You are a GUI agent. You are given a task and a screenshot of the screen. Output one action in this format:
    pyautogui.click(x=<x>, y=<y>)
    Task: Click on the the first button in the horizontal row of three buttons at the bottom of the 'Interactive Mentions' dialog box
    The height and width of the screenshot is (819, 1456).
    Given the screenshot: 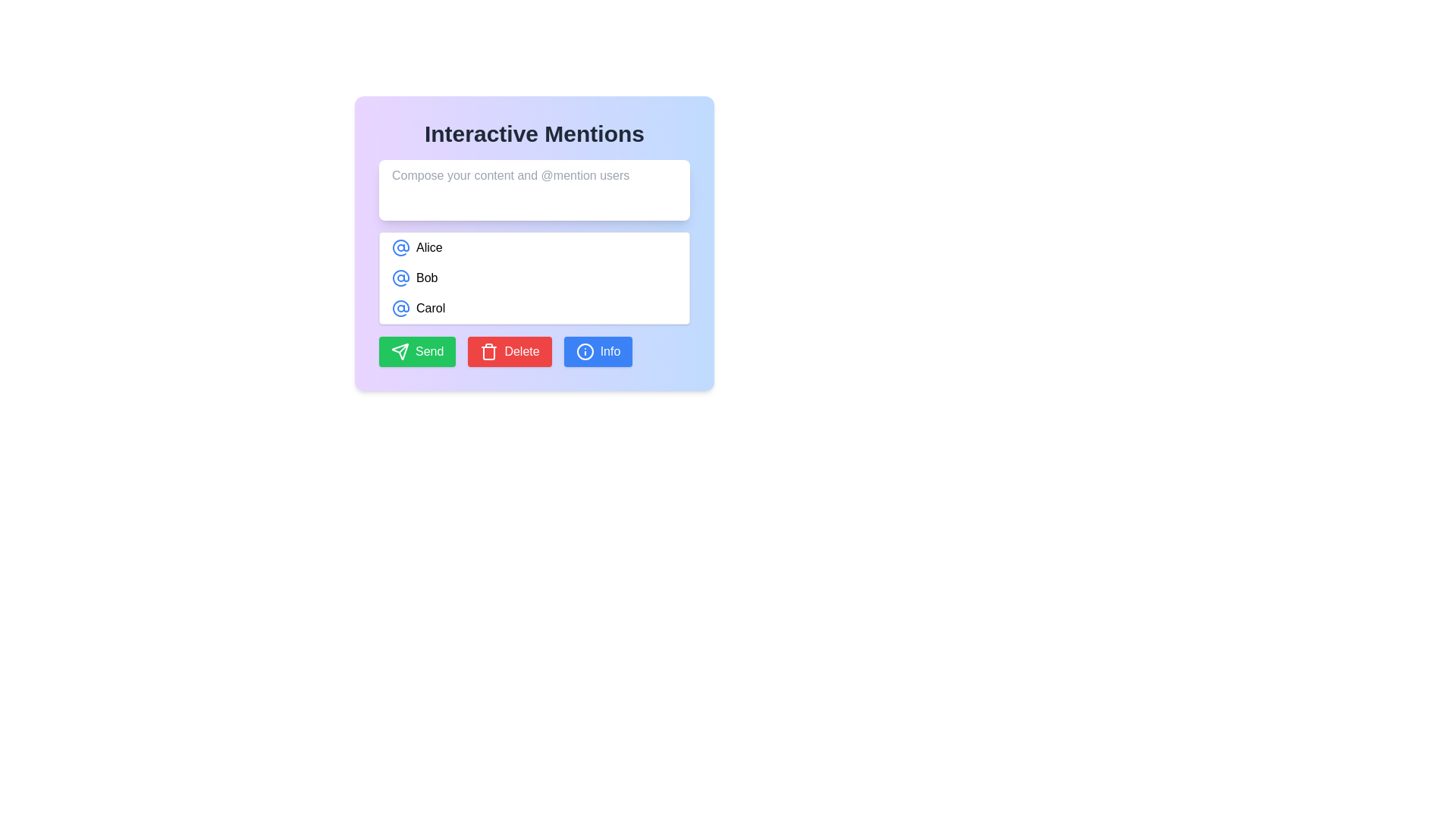 What is the action you would take?
    pyautogui.click(x=417, y=351)
    